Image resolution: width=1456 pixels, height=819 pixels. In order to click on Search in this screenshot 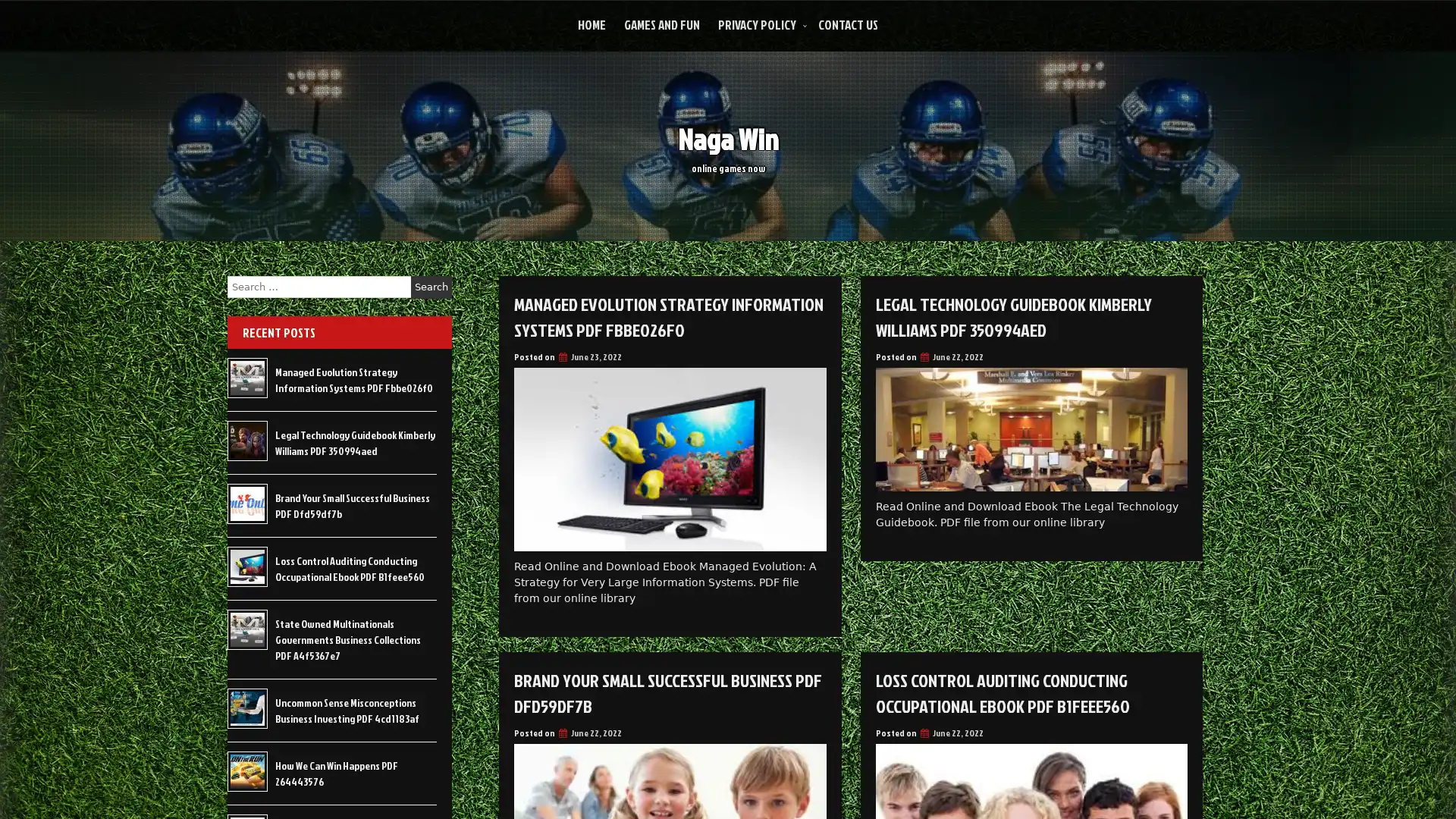, I will do `click(431, 287)`.